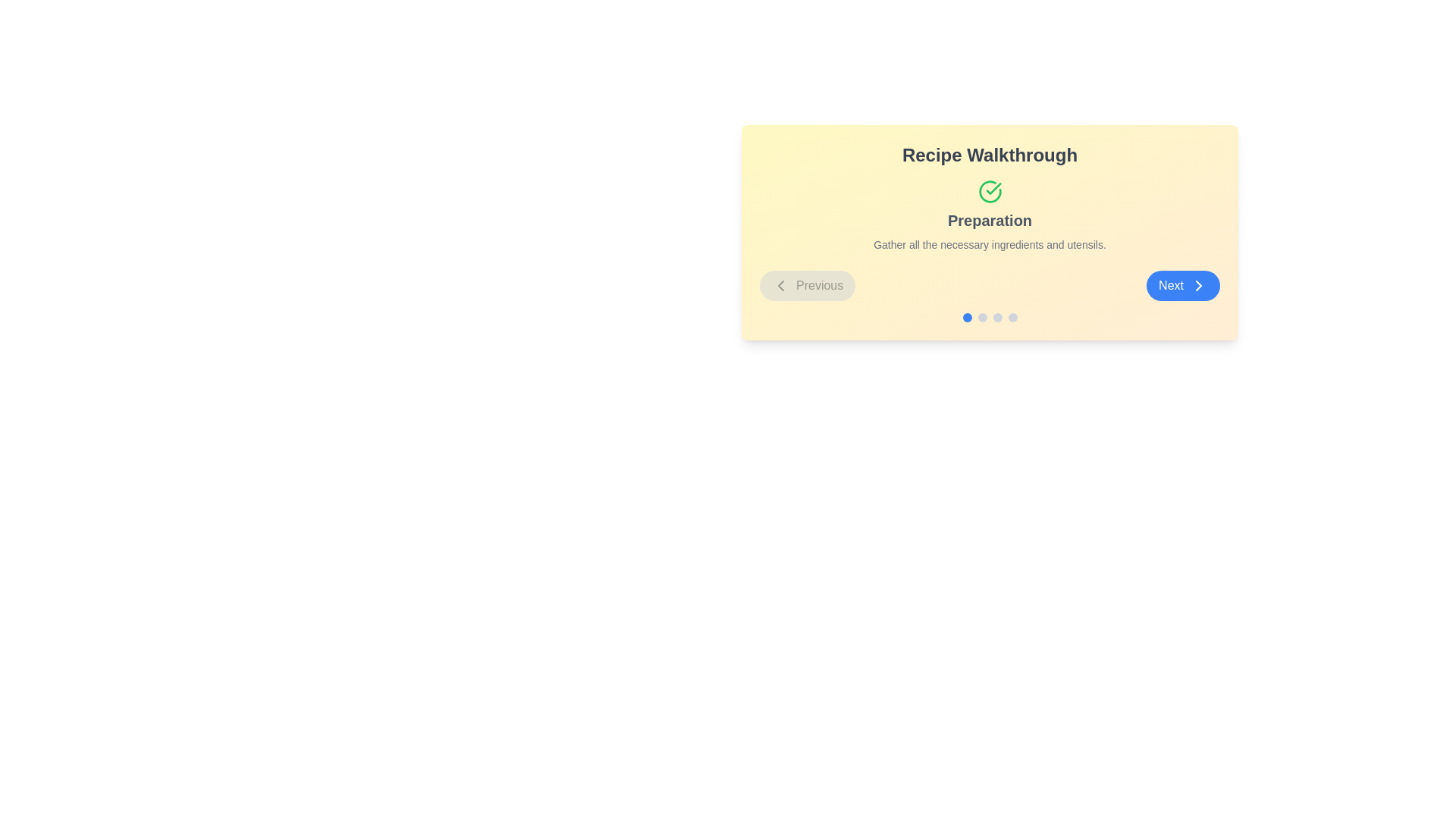 The height and width of the screenshot is (819, 1456). Describe the element at coordinates (990, 244) in the screenshot. I see `the static text that reads 'Gather all the necessary ingredients and utensils.' which is located below the 'Preparation' heading` at that location.